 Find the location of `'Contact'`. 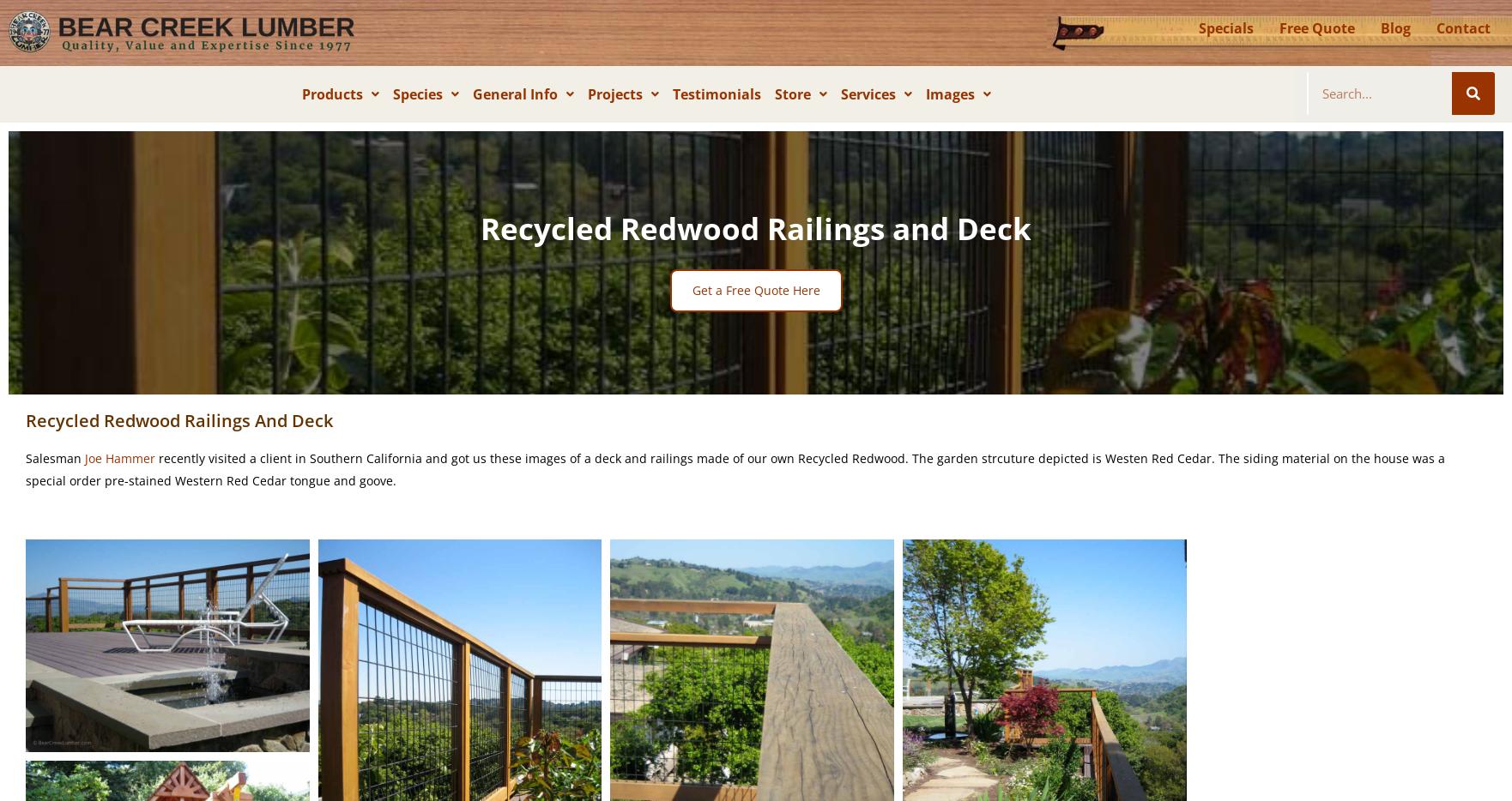

'Contact' is located at coordinates (1435, 27).